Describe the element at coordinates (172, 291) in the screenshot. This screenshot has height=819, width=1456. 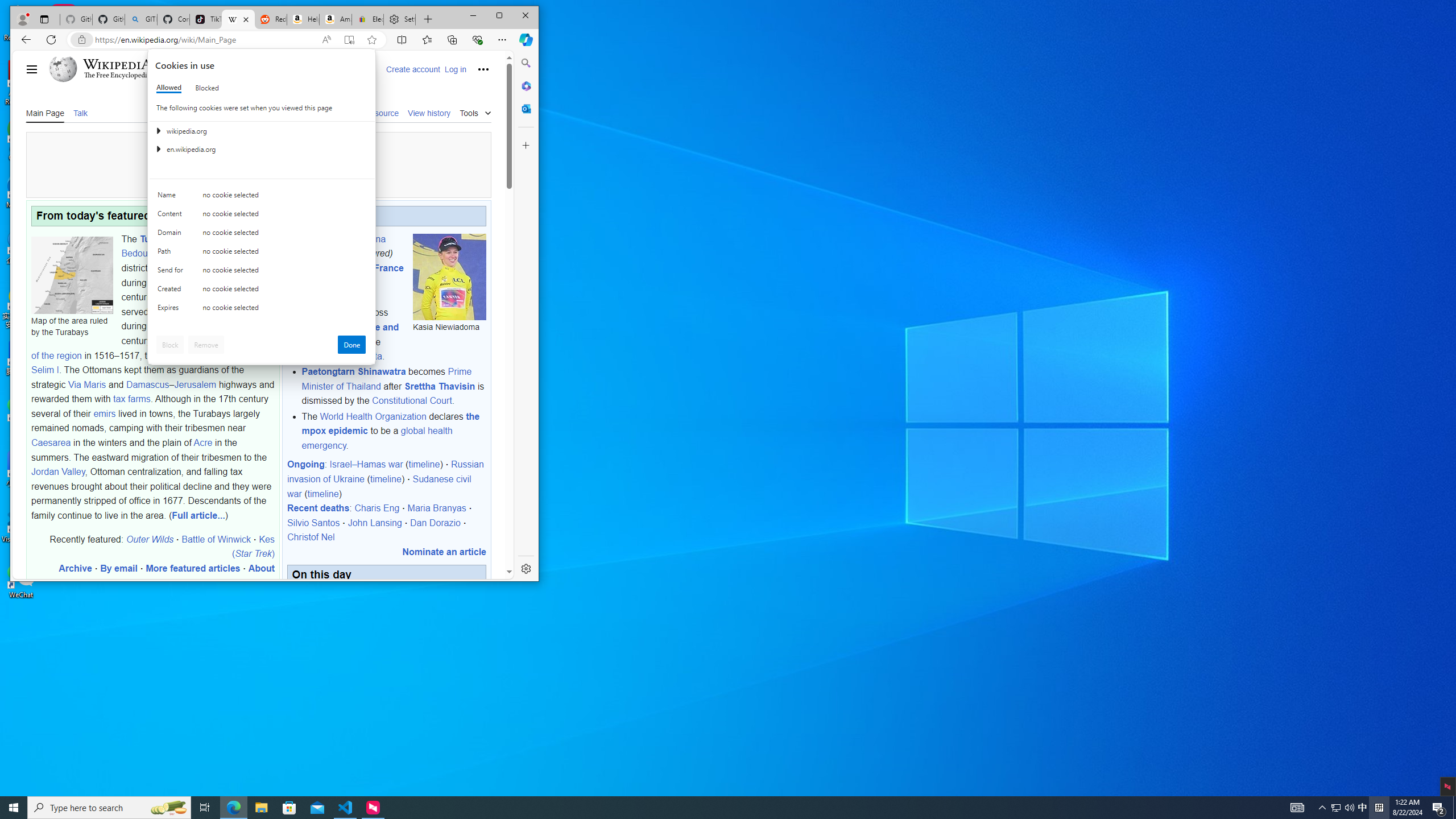
I see `'Created'` at that location.